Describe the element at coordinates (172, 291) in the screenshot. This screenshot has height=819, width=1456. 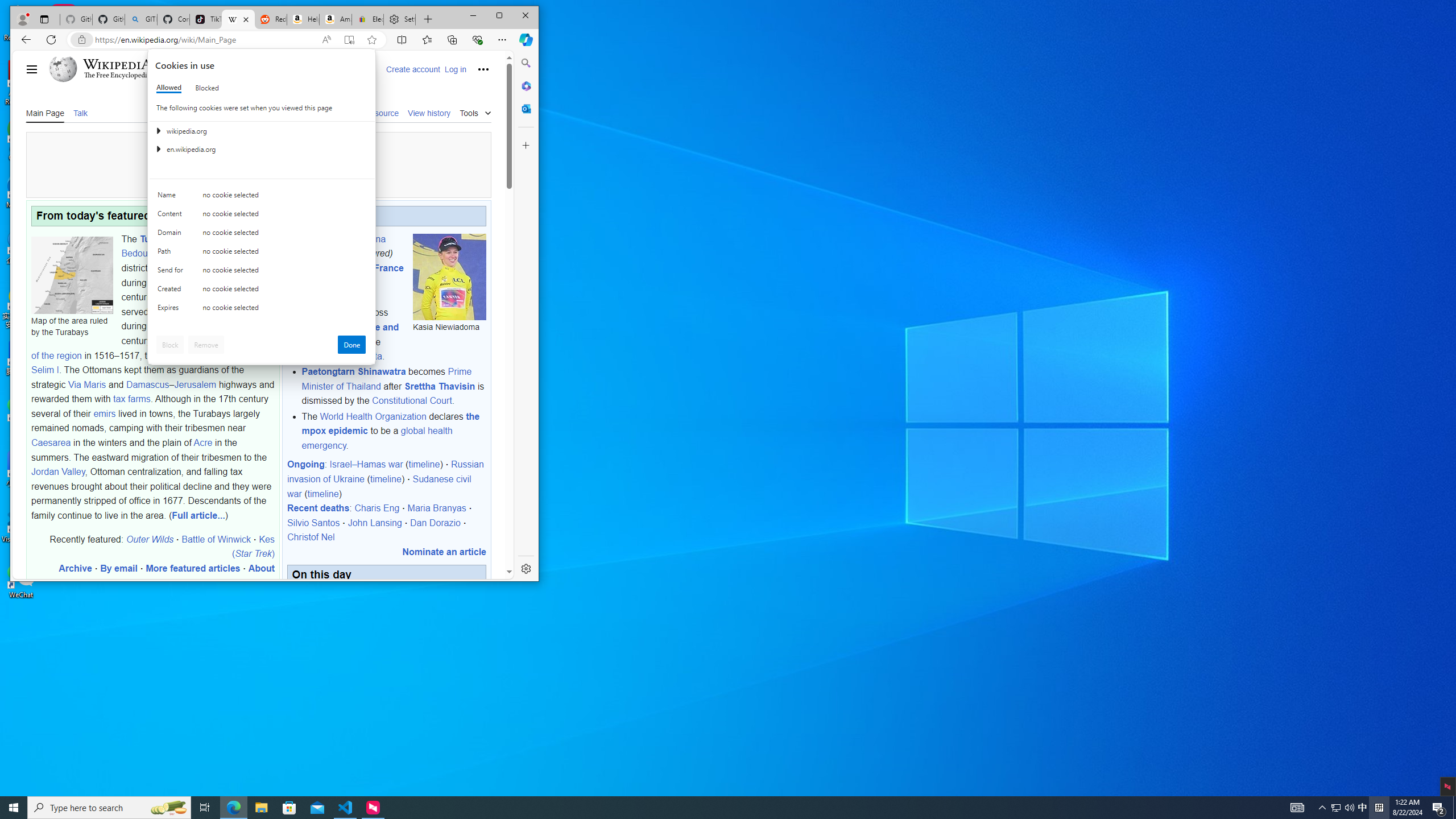
I see `'Created'` at that location.